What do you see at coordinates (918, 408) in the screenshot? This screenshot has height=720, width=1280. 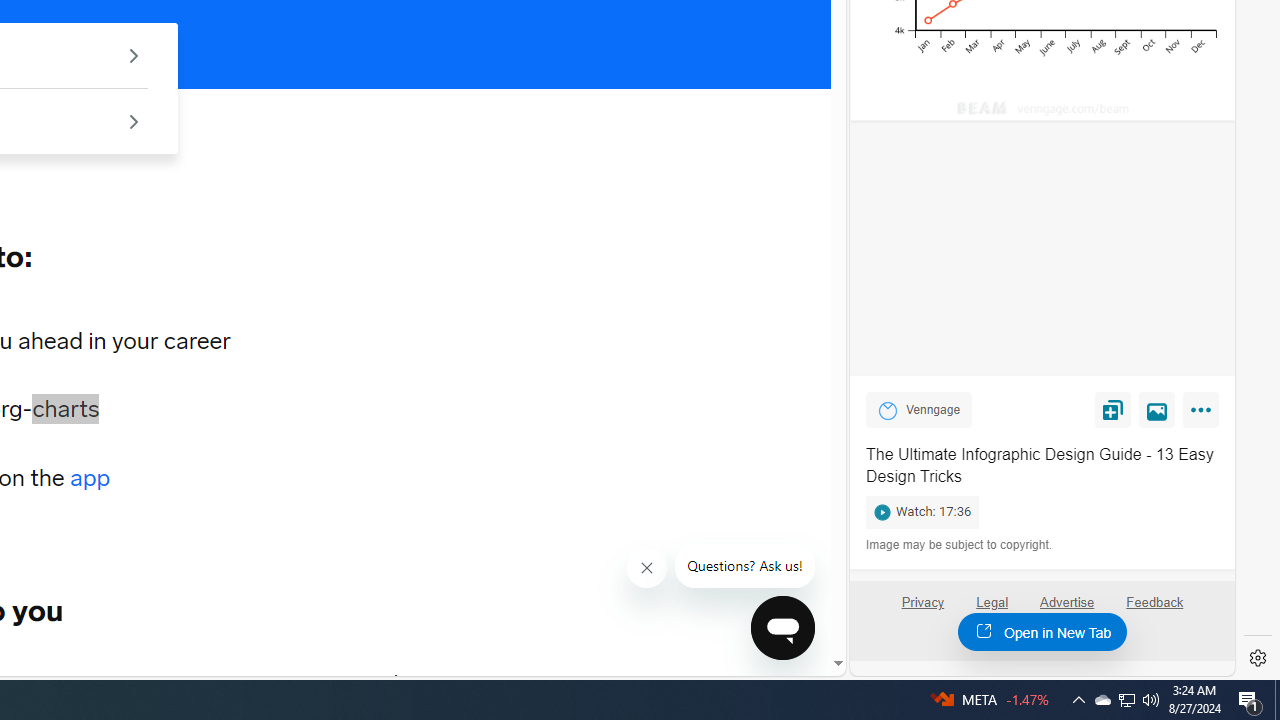 I see `'Venngage Venngage'` at bounding box center [918, 408].